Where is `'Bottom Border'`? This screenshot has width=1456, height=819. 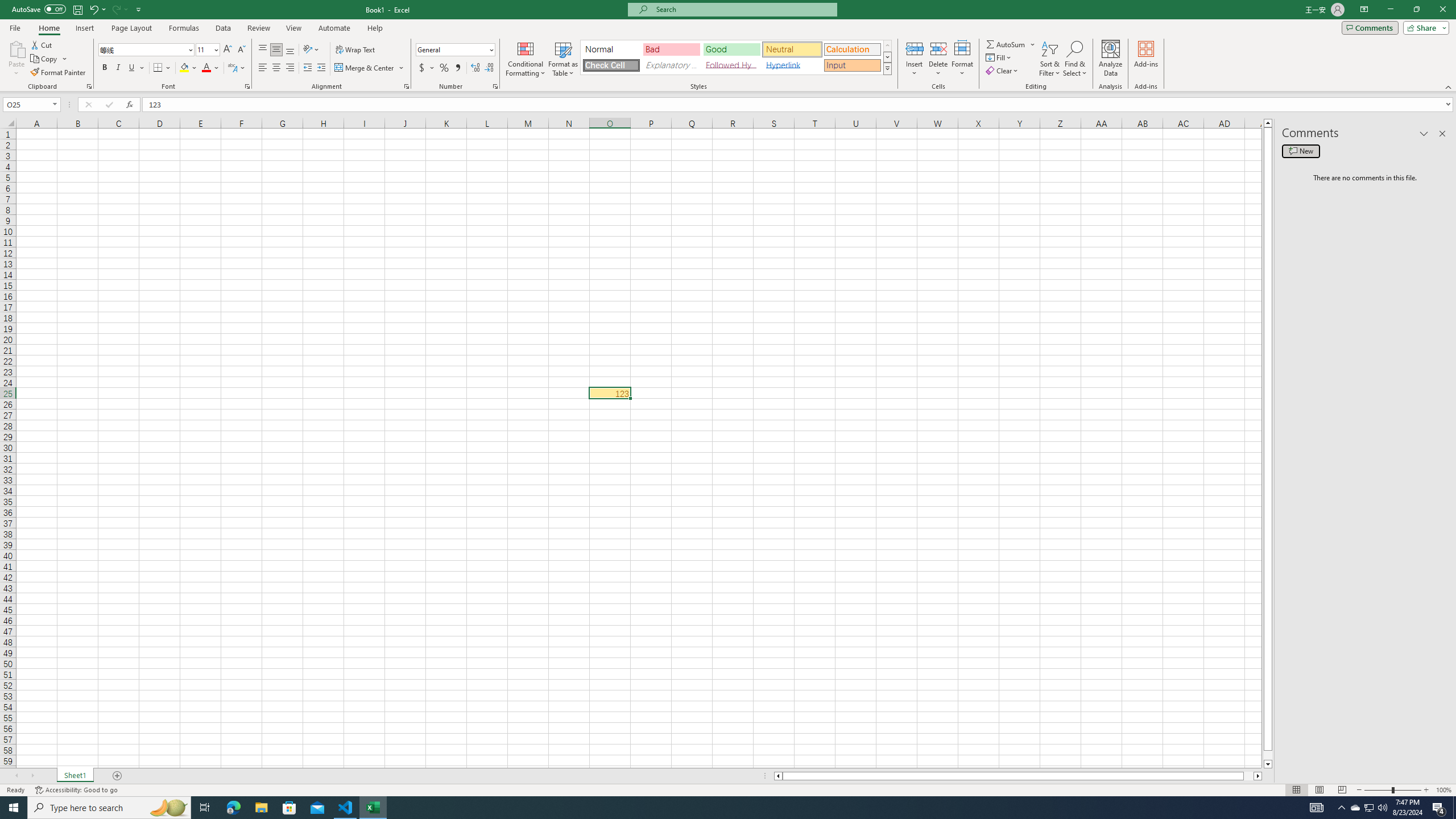 'Bottom Border' is located at coordinates (158, 67).